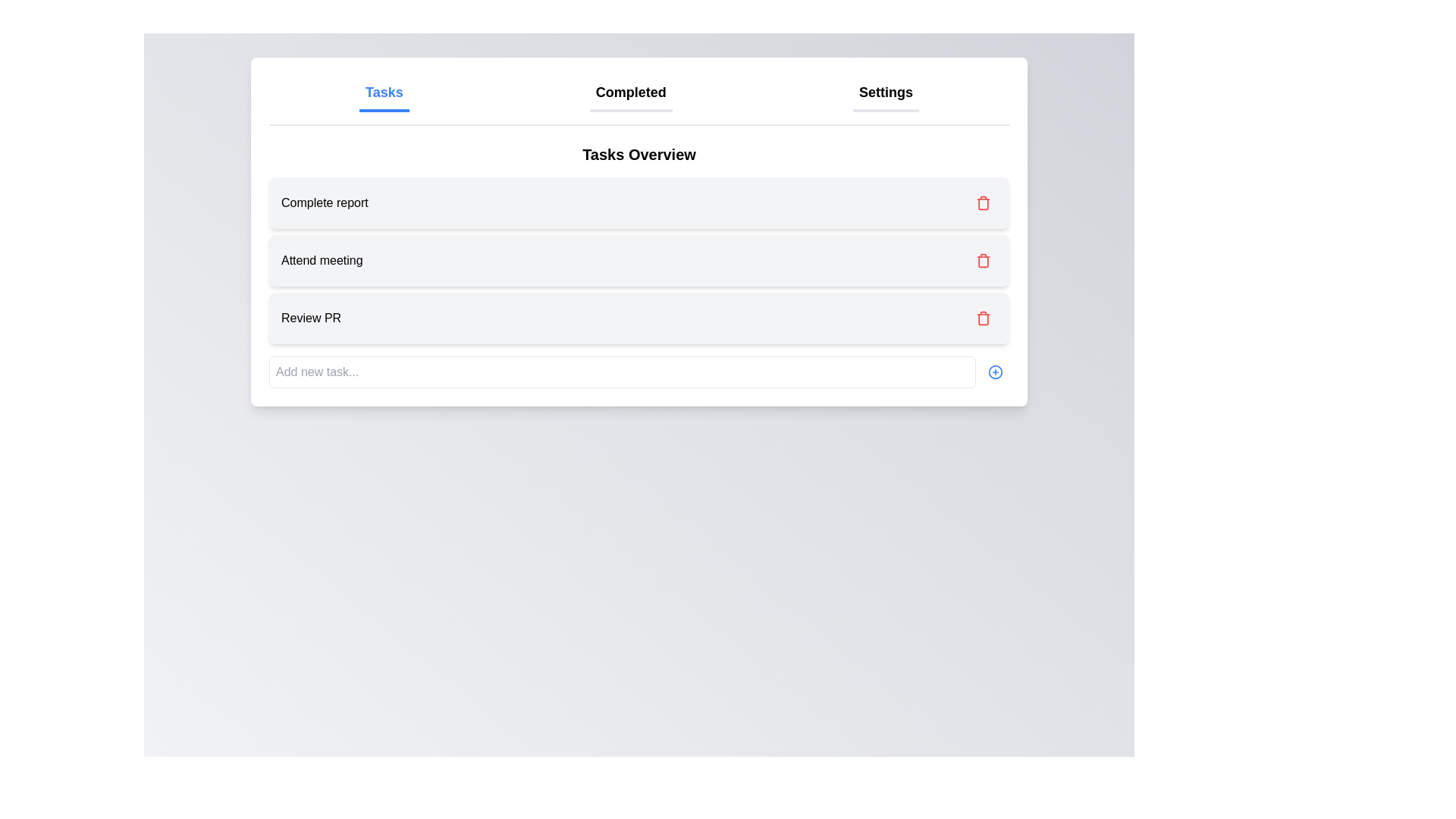  What do you see at coordinates (886, 93) in the screenshot?
I see `the third item in the navigation bar, which is the Settings option` at bounding box center [886, 93].